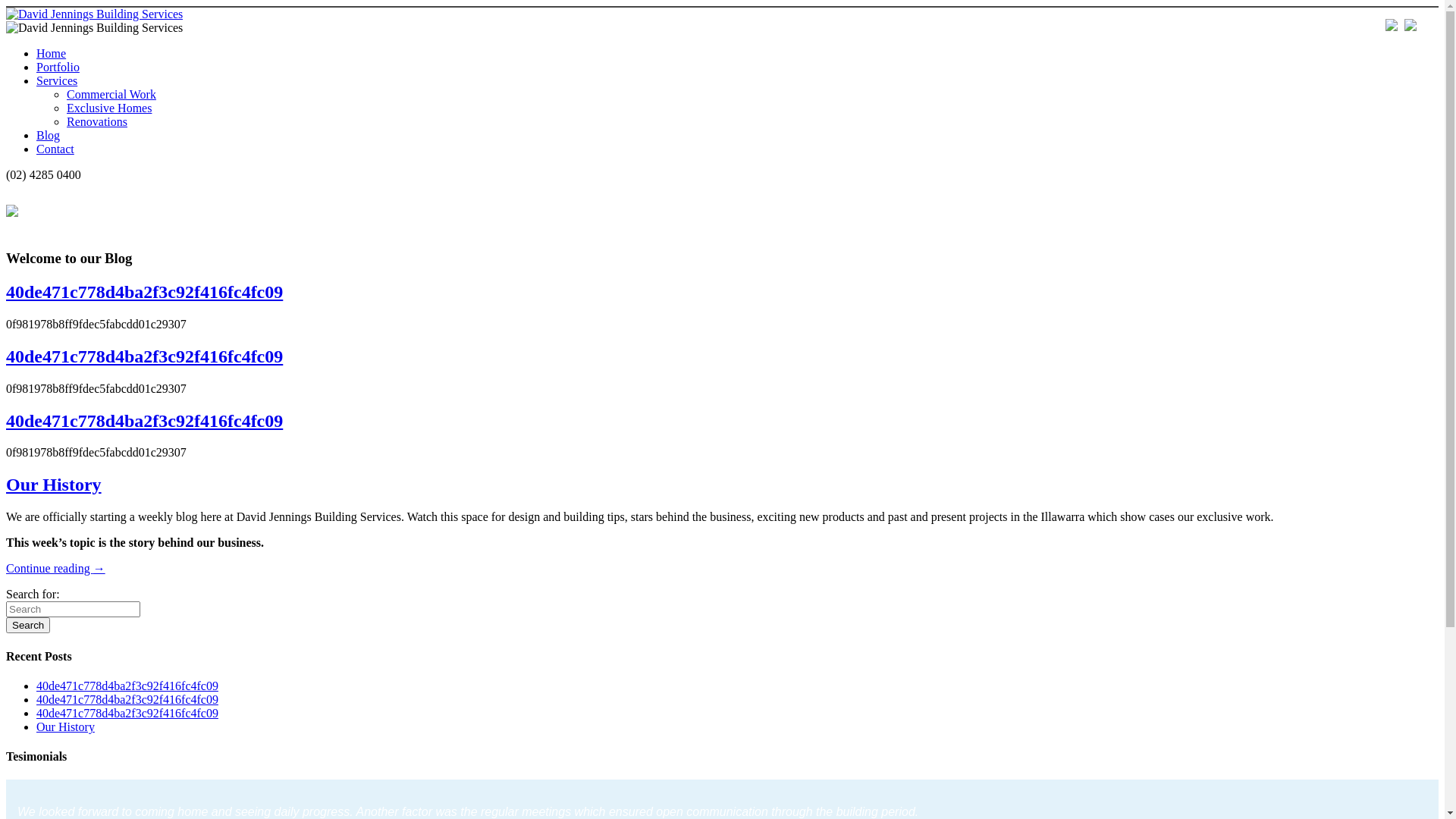  Describe the element at coordinates (55, 149) in the screenshot. I see `'Contact'` at that location.